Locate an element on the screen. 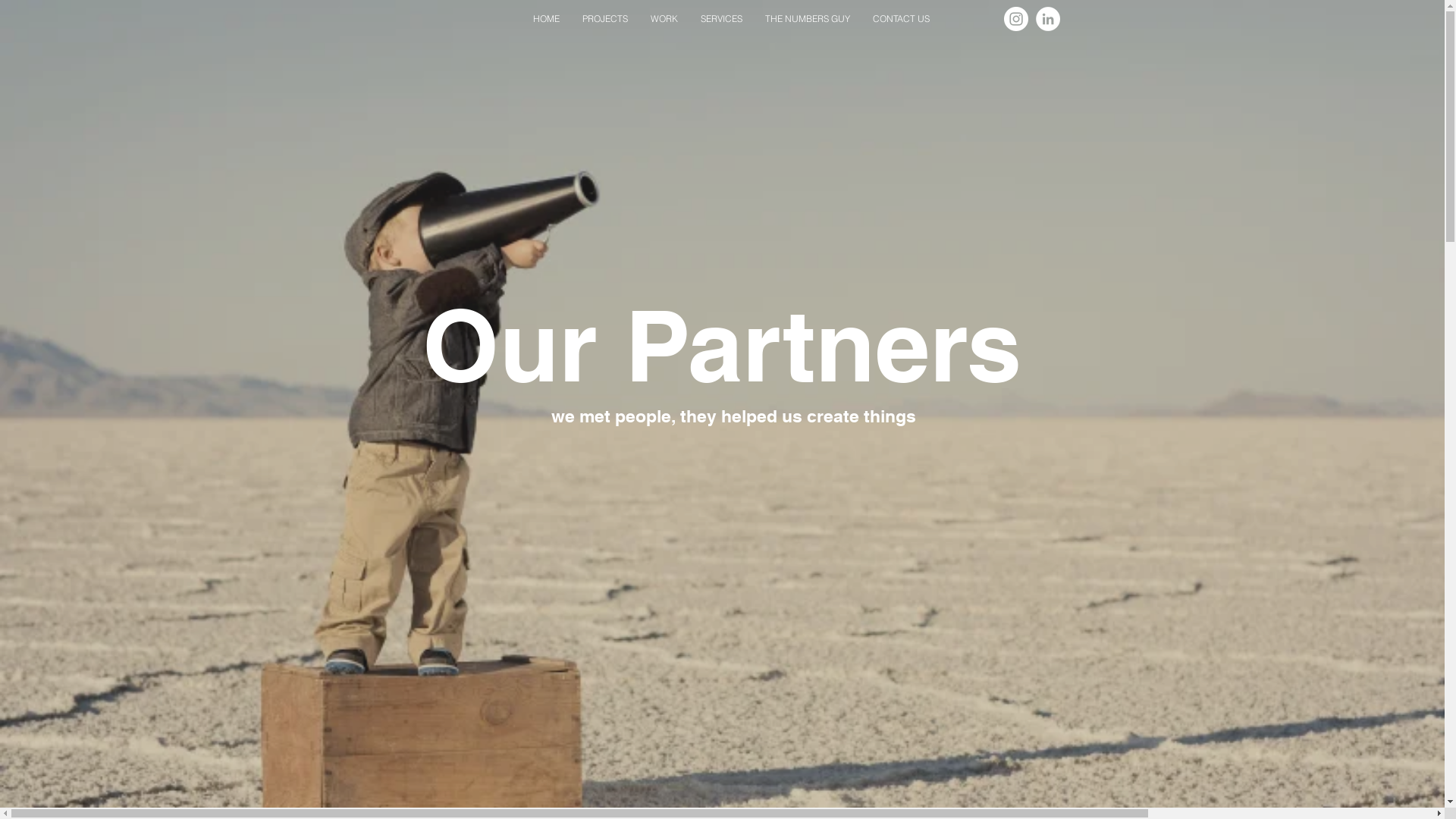  'PROJECTS' is located at coordinates (604, 18).